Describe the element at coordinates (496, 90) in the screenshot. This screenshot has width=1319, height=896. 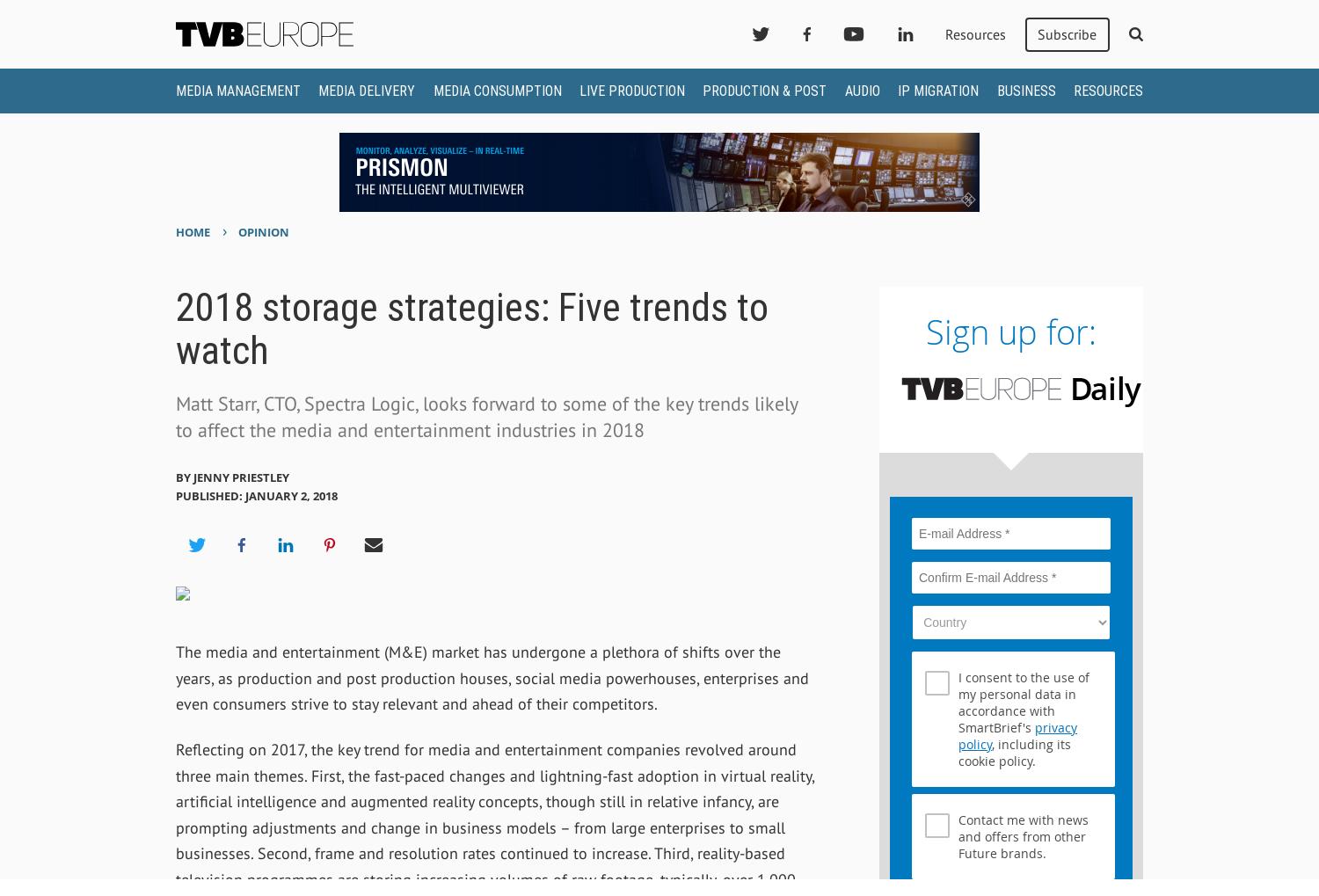
I see `'Media Consumption'` at that location.